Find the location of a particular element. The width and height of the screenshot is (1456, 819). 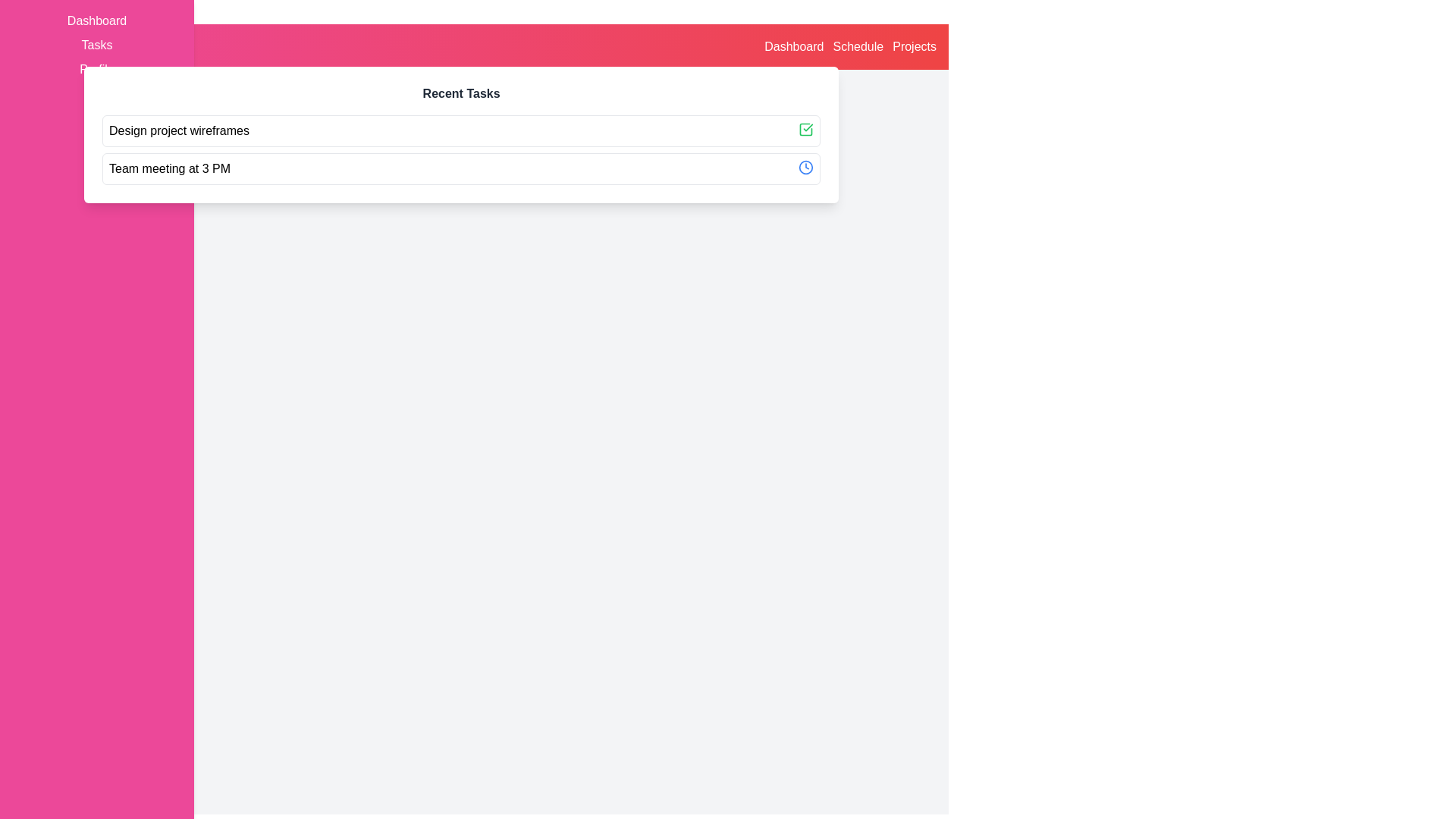

the 'Dashboard' text link to trigger the underline effect, which is styled to appear on hover against a red background in the header navigation bar is located at coordinates (793, 45).